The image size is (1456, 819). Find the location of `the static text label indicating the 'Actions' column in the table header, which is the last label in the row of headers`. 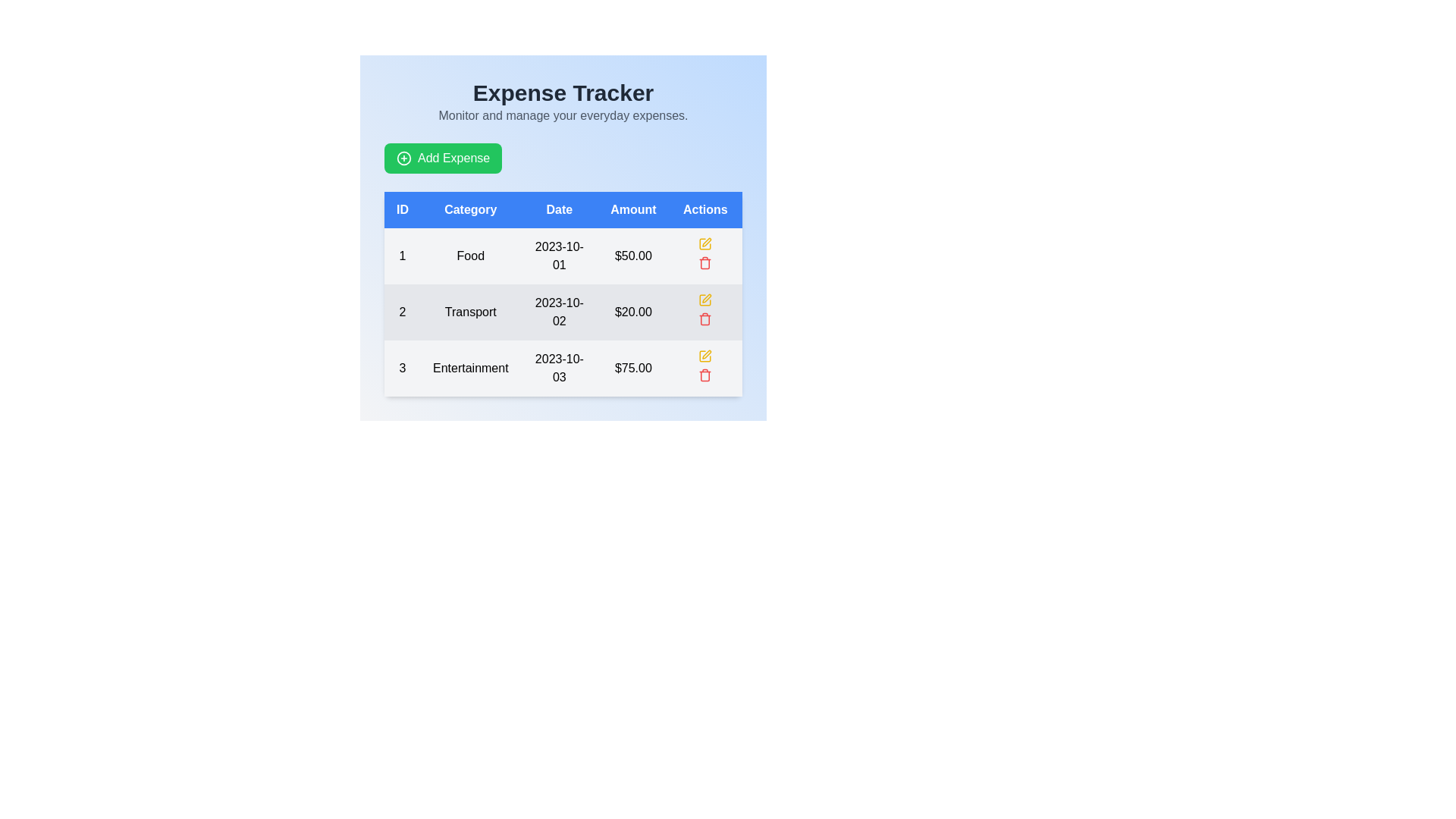

the static text label indicating the 'Actions' column in the table header, which is the last label in the row of headers is located at coordinates (704, 210).